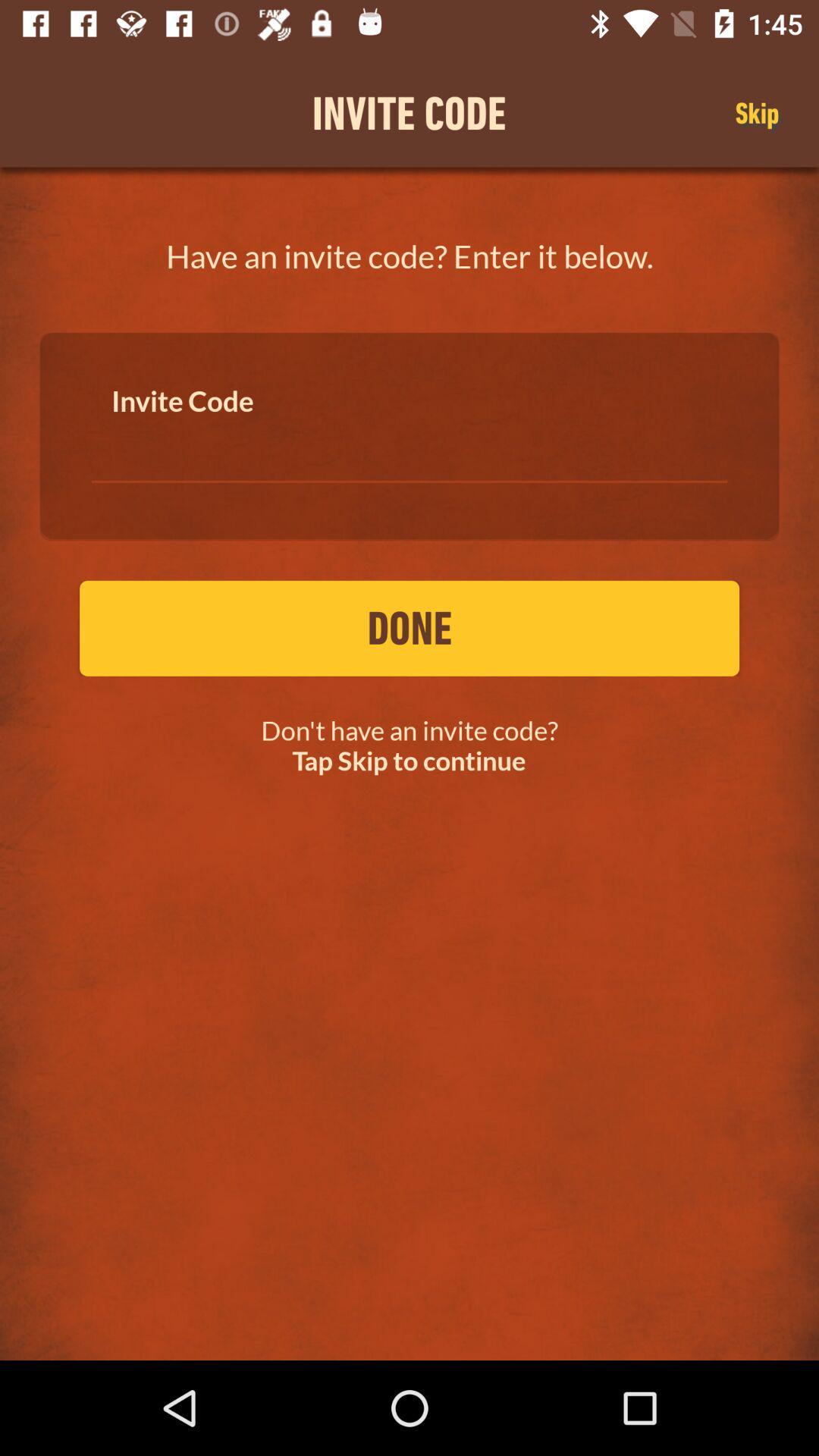 This screenshot has width=819, height=1456. What do you see at coordinates (409, 446) in the screenshot?
I see `invite code` at bounding box center [409, 446].